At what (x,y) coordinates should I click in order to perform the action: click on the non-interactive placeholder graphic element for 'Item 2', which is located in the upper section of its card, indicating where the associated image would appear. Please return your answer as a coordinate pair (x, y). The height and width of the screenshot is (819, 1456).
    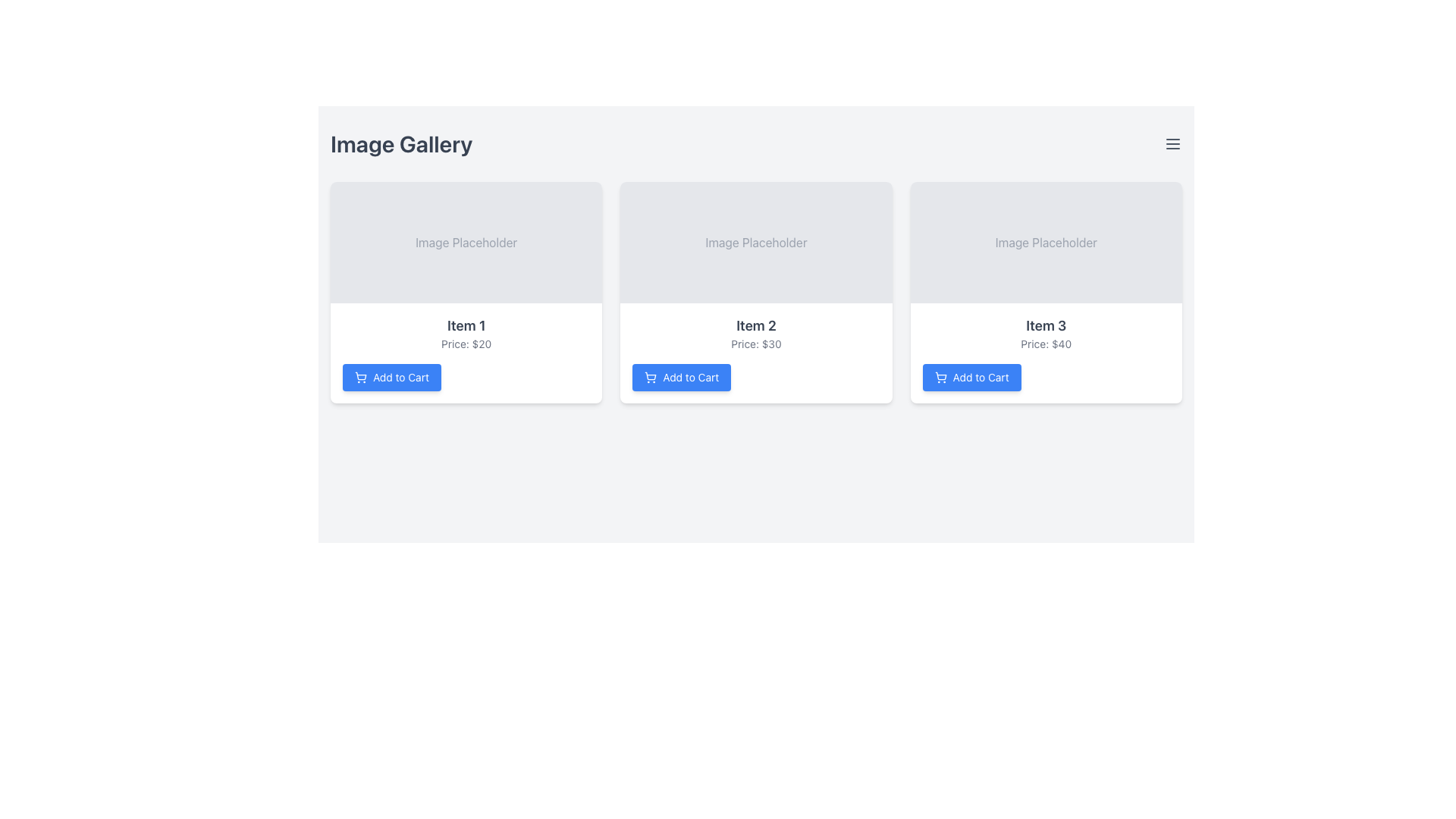
    Looking at the image, I should click on (756, 242).